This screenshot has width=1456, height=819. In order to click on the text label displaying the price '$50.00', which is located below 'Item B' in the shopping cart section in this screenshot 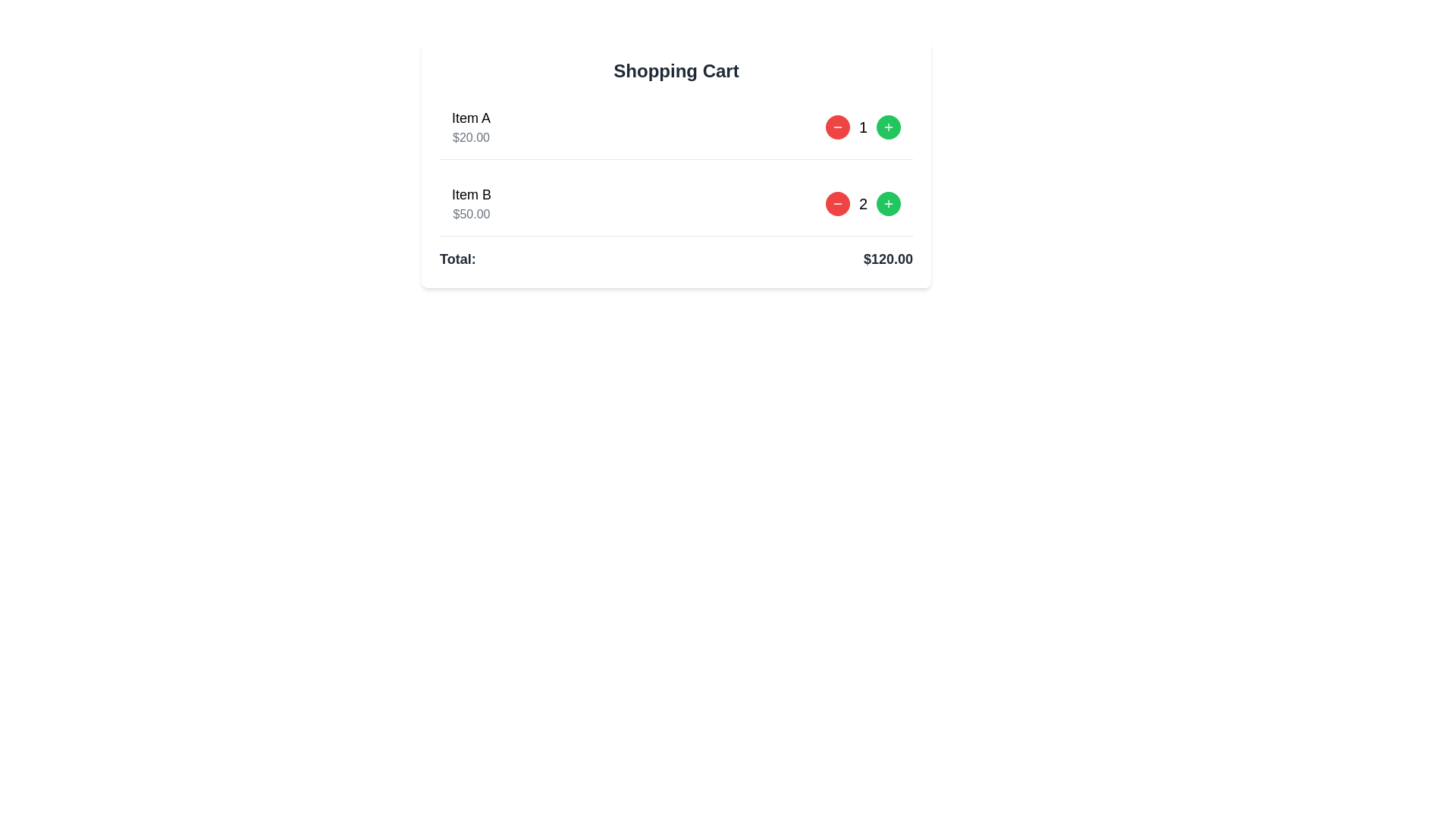, I will do `click(471, 214)`.